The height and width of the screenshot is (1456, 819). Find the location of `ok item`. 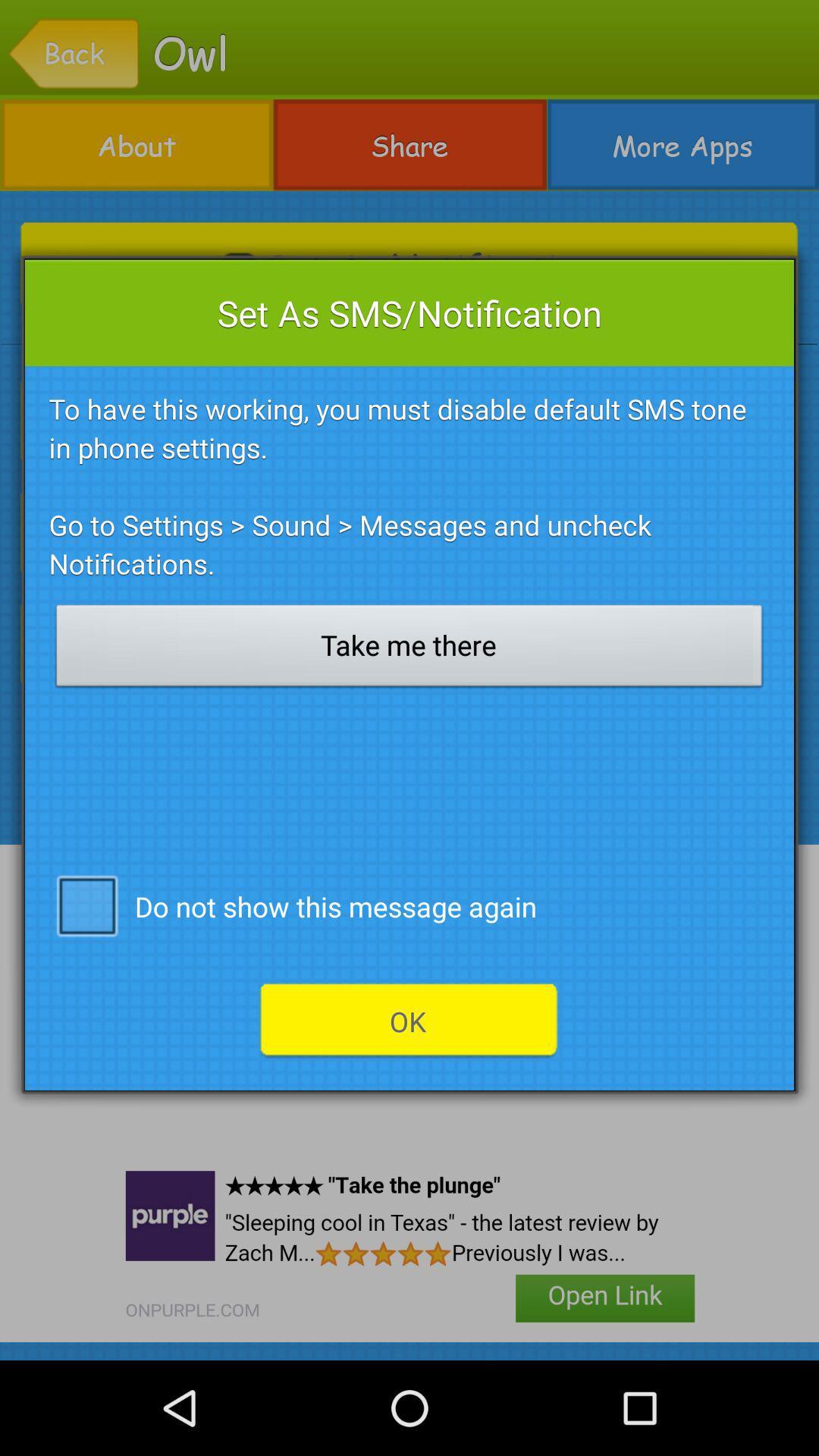

ok item is located at coordinates (408, 1021).